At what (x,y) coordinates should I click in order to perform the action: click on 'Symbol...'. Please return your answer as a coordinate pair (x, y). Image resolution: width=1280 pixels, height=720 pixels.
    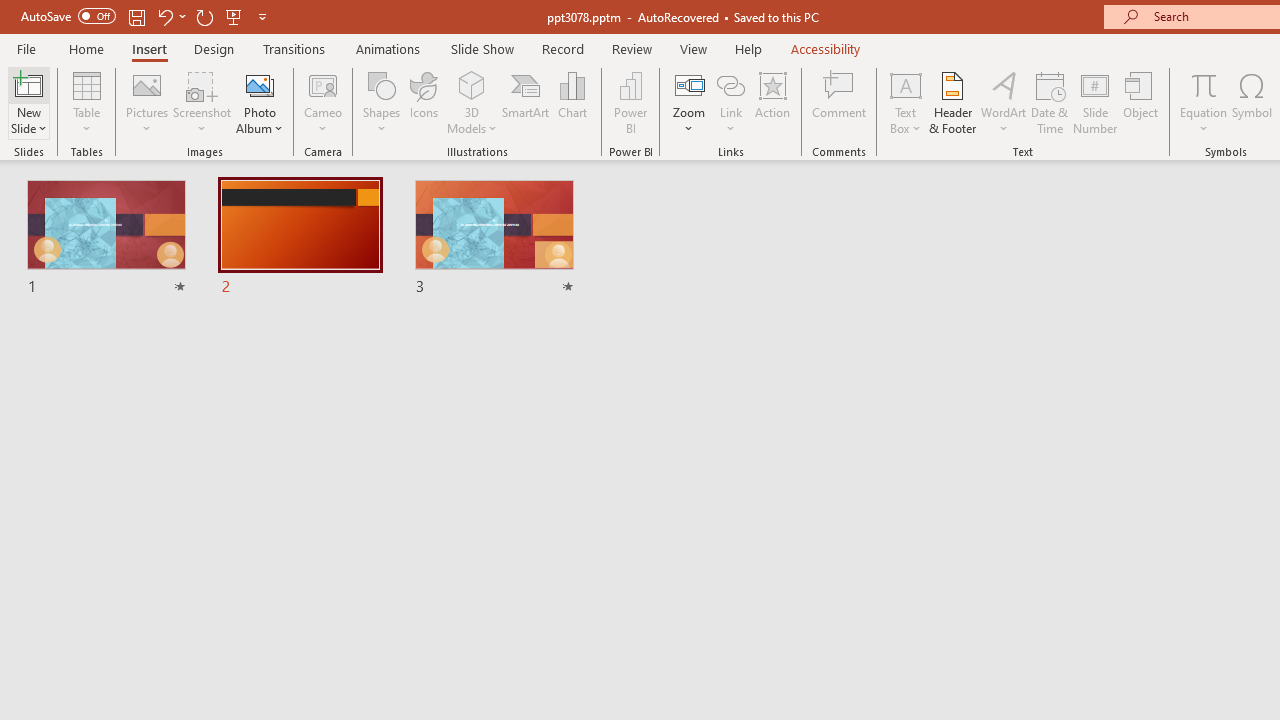
    Looking at the image, I should click on (1251, 103).